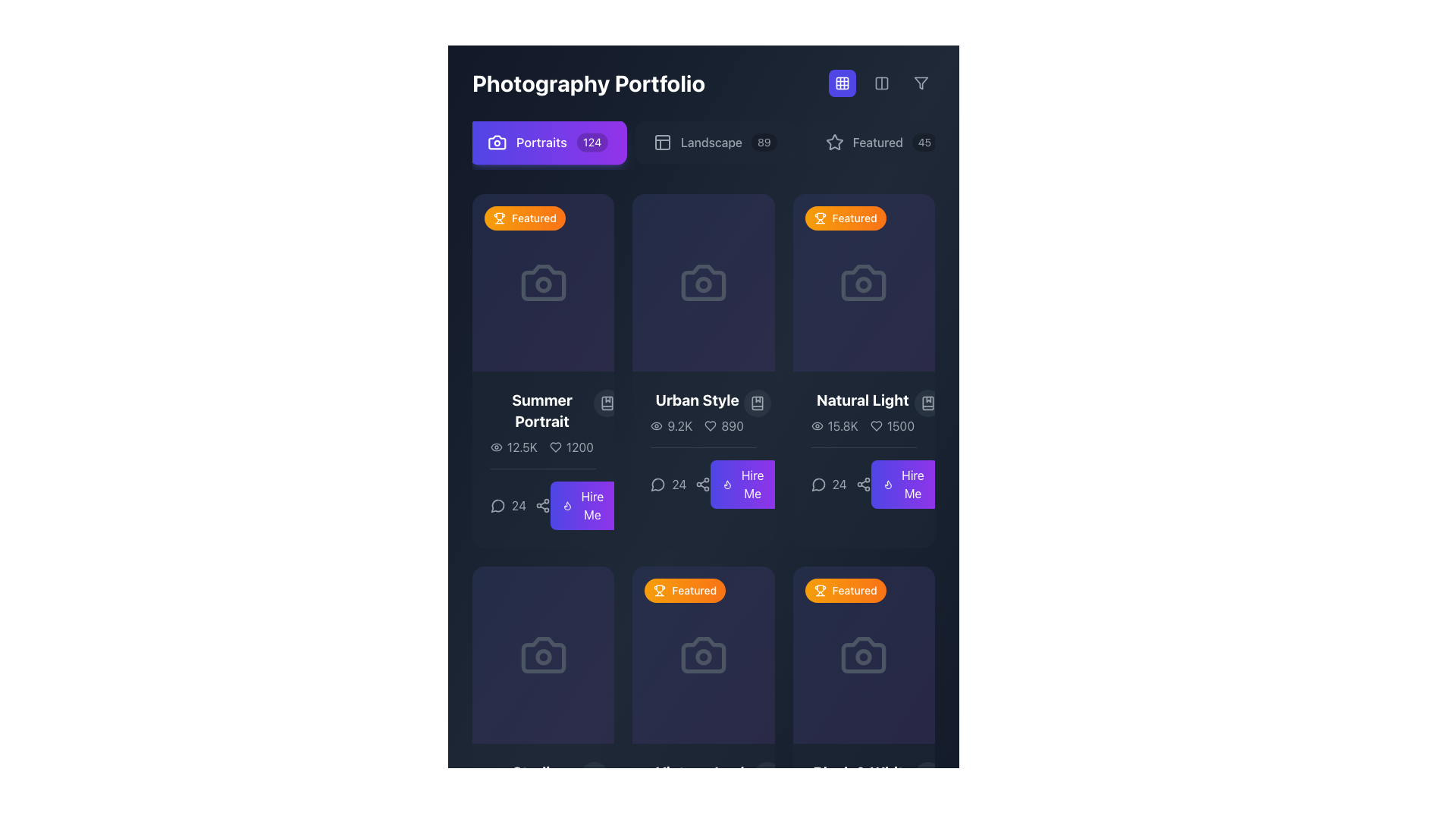 This screenshot has height=819, width=1456. Describe the element at coordinates (819, 590) in the screenshot. I see `the small trophy icon with a thin outline, which is located on the left side of the 'Featured' text within a rectangle with a gradient orange background` at that location.